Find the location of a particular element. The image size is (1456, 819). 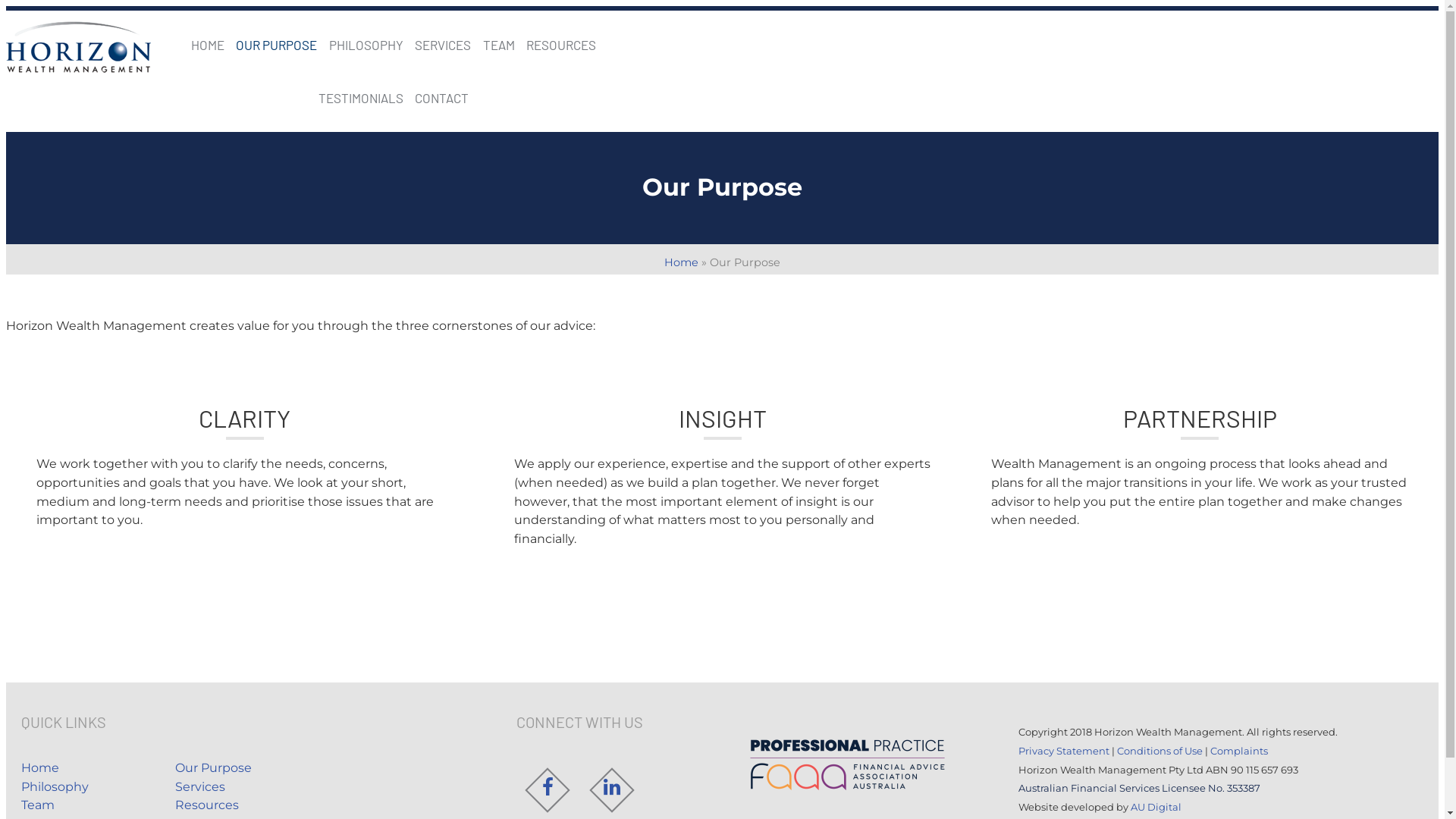

'Conditions of Use' is located at coordinates (1159, 751).